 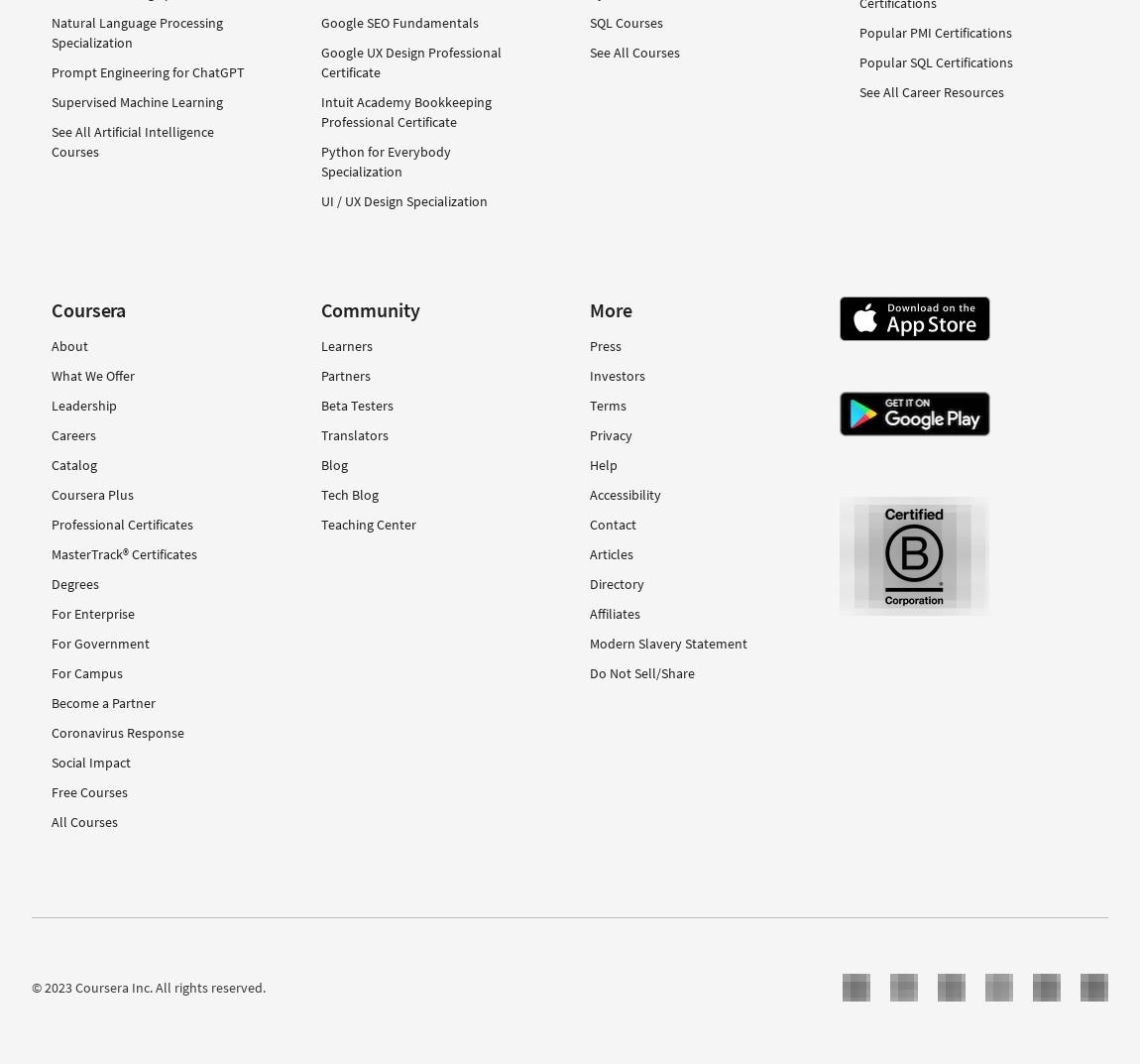 I want to click on 'Leadership', so click(x=82, y=403).